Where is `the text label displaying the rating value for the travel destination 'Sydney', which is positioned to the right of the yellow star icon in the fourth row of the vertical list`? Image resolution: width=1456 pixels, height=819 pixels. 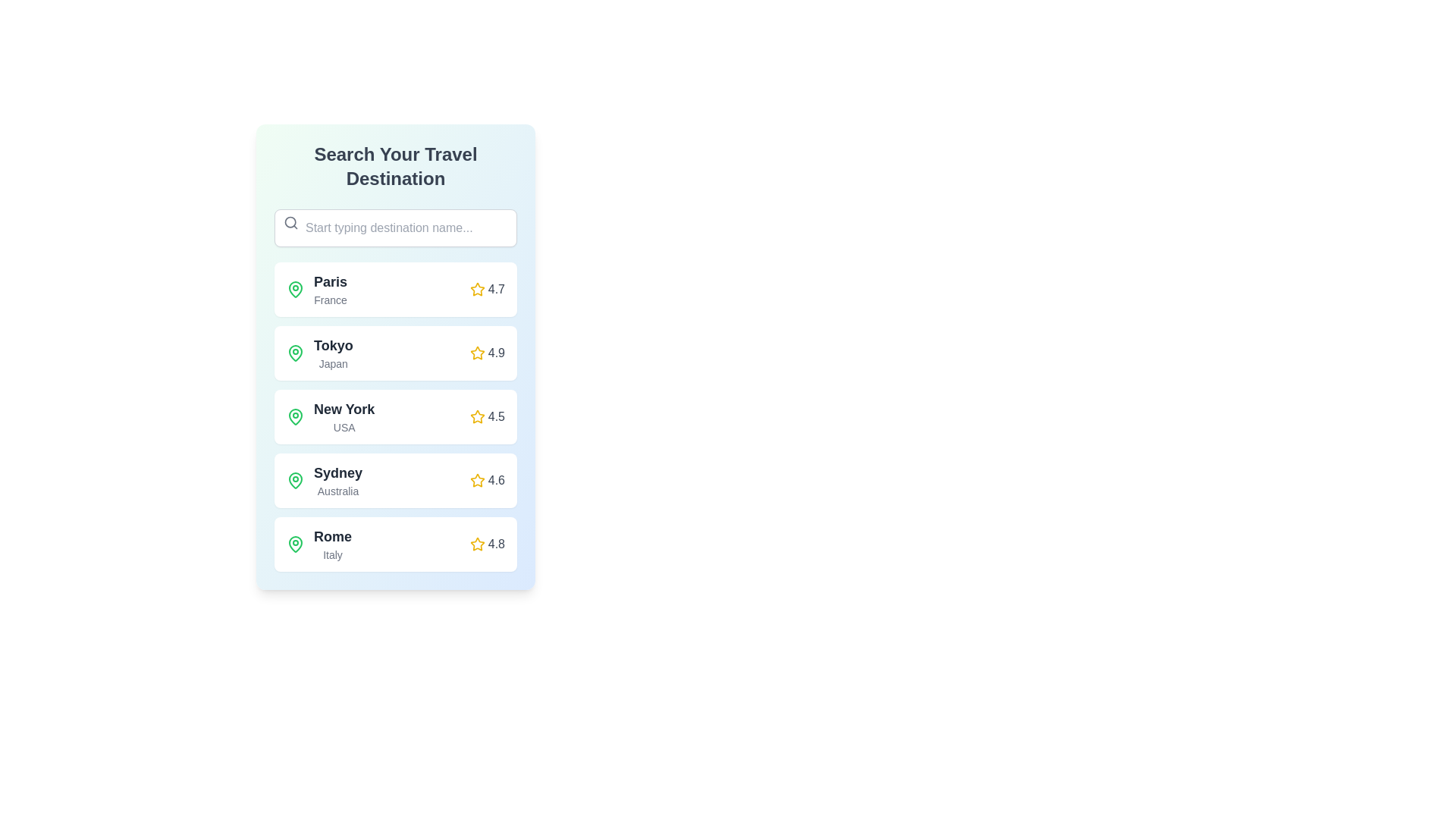
the text label displaying the rating value for the travel destination 'Sydney', which is positioned to the right of the yellow star icon in the fourth row of the vertical list is located at coordinates (496, 480).